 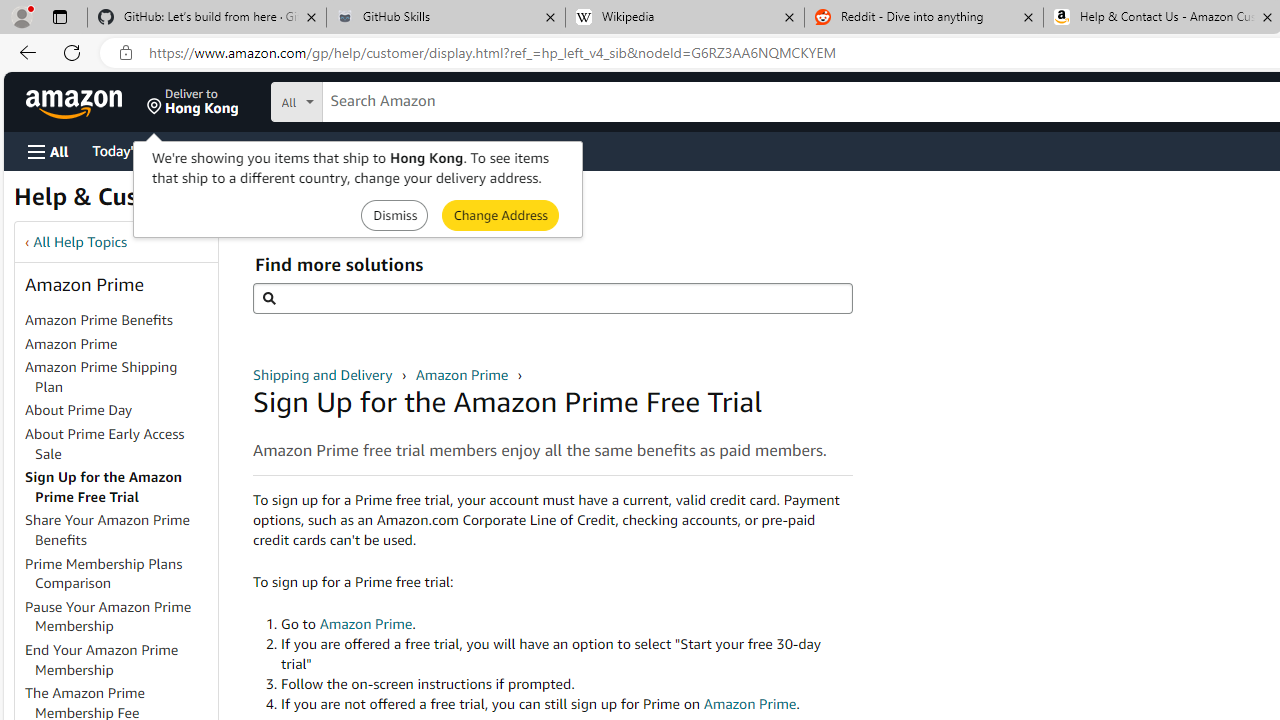 What do you see at coordinates (98, 319) in the screenshot?
I see `'Amazon Prime Benefits'` at bounding box center [98, 319].